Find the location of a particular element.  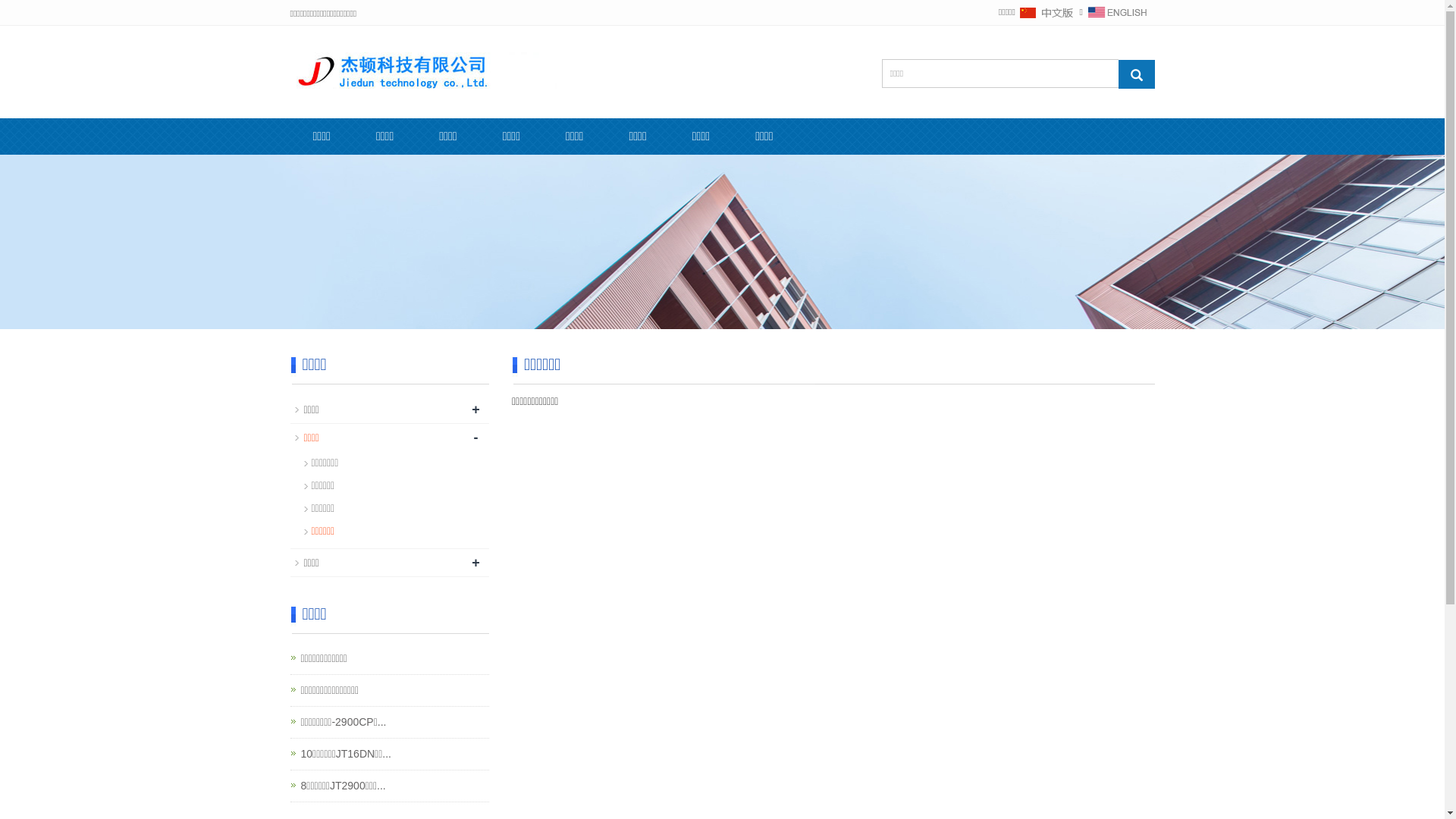

'English' is located at coordinates (1117, 11).